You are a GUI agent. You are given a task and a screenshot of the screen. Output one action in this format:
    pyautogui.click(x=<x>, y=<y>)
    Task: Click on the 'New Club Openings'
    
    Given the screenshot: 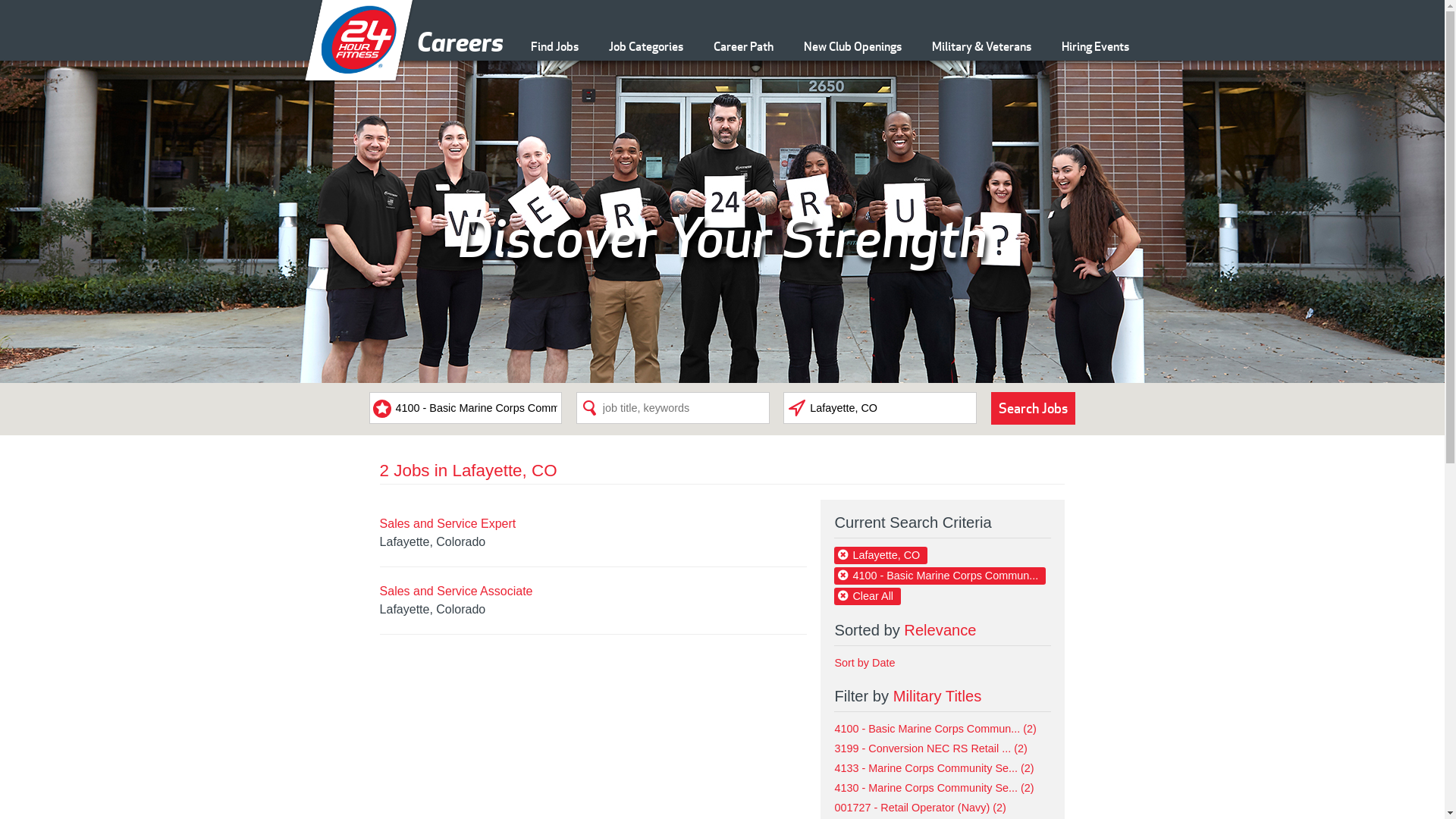 What is the action you would take?
    pyautogui.click(x=852, y=42)
    